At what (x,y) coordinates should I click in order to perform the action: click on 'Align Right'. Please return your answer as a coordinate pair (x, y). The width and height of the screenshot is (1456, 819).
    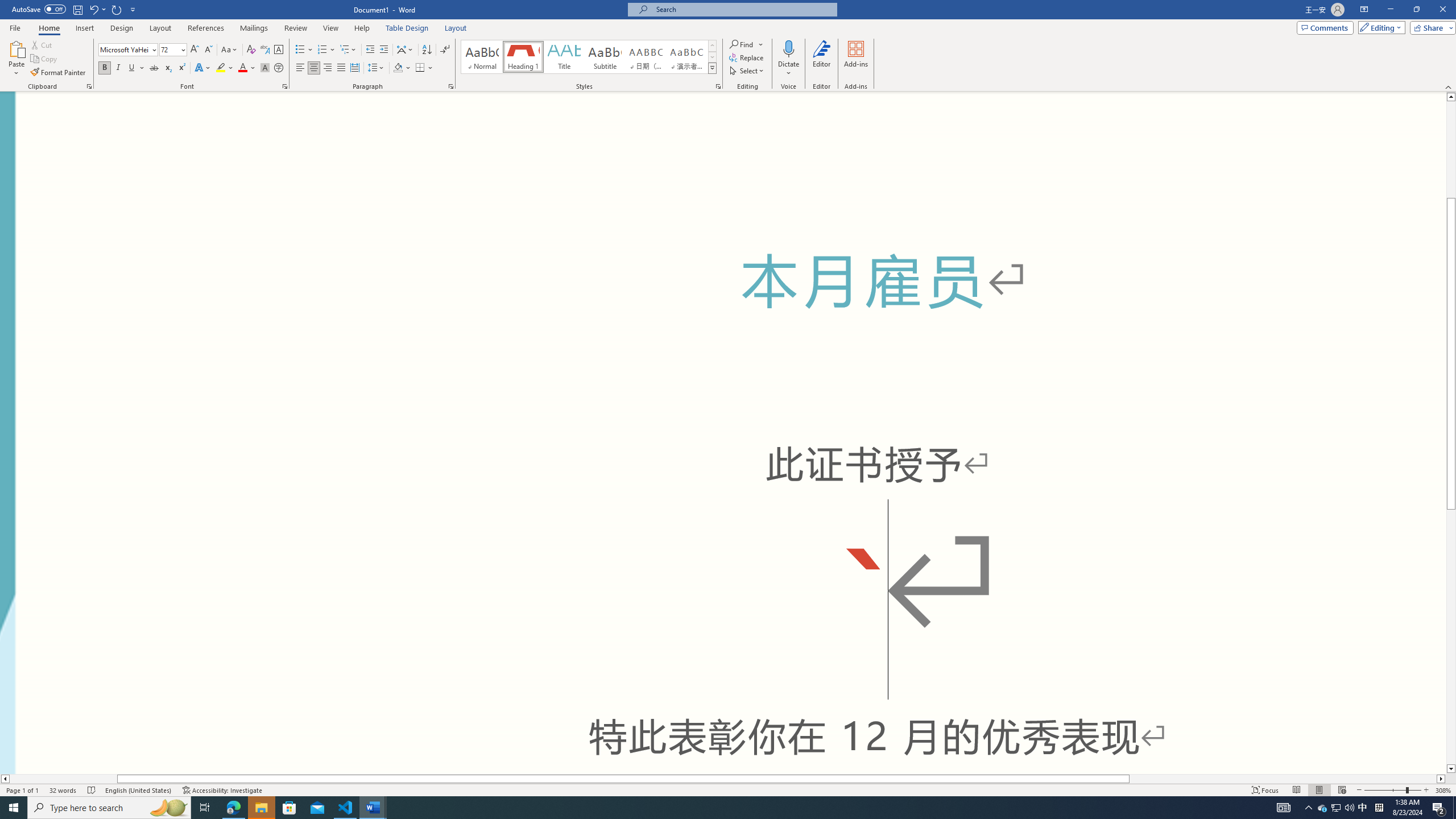
    Looking at the image, I should click on (327, 67).